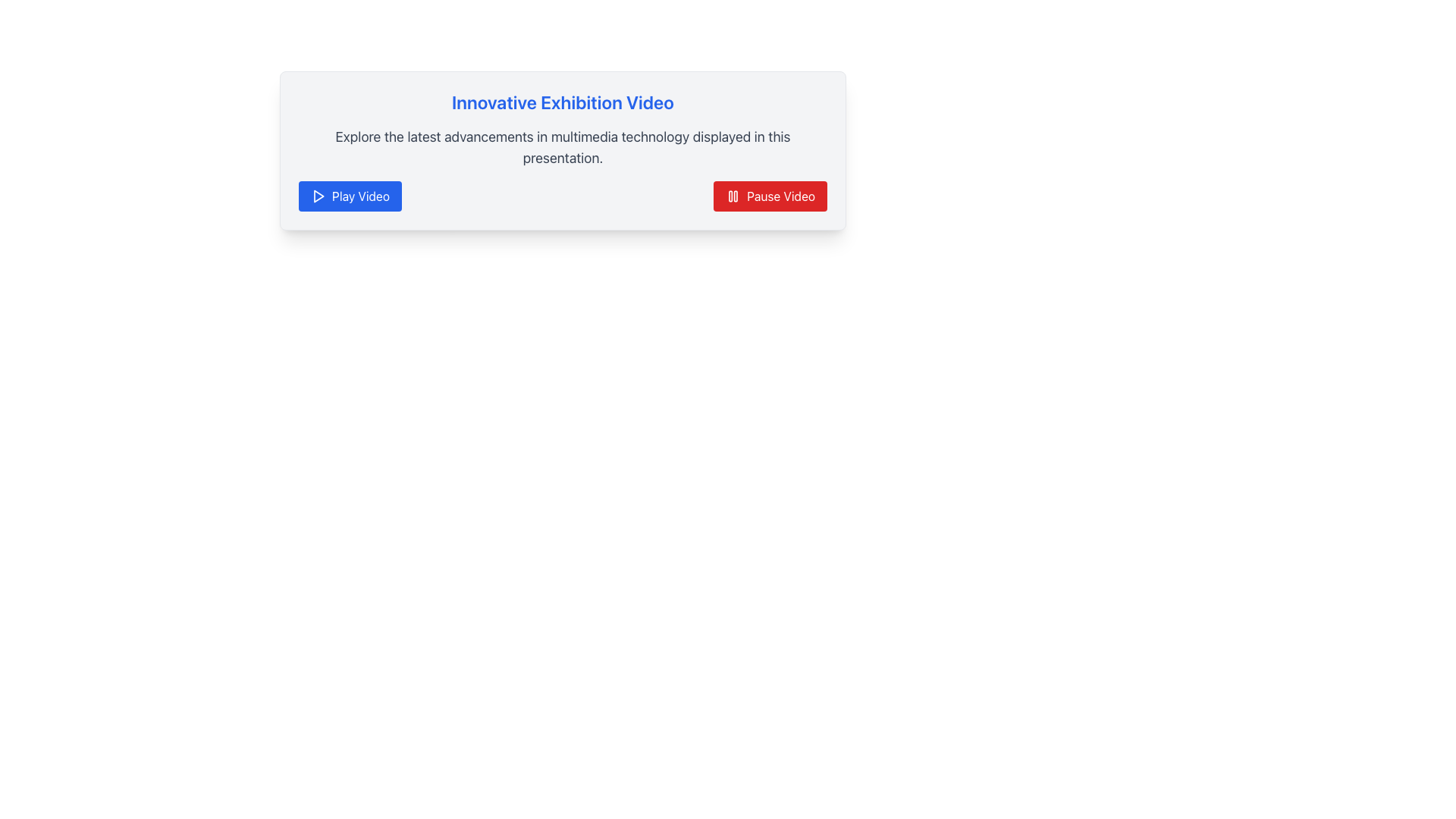 The image size is (1456, 819). I want to click on the triangular play icon located in the center of the 'Play Video' button, which is beneath the 'Innovative Exhibition Video' text, so click(318, 195).